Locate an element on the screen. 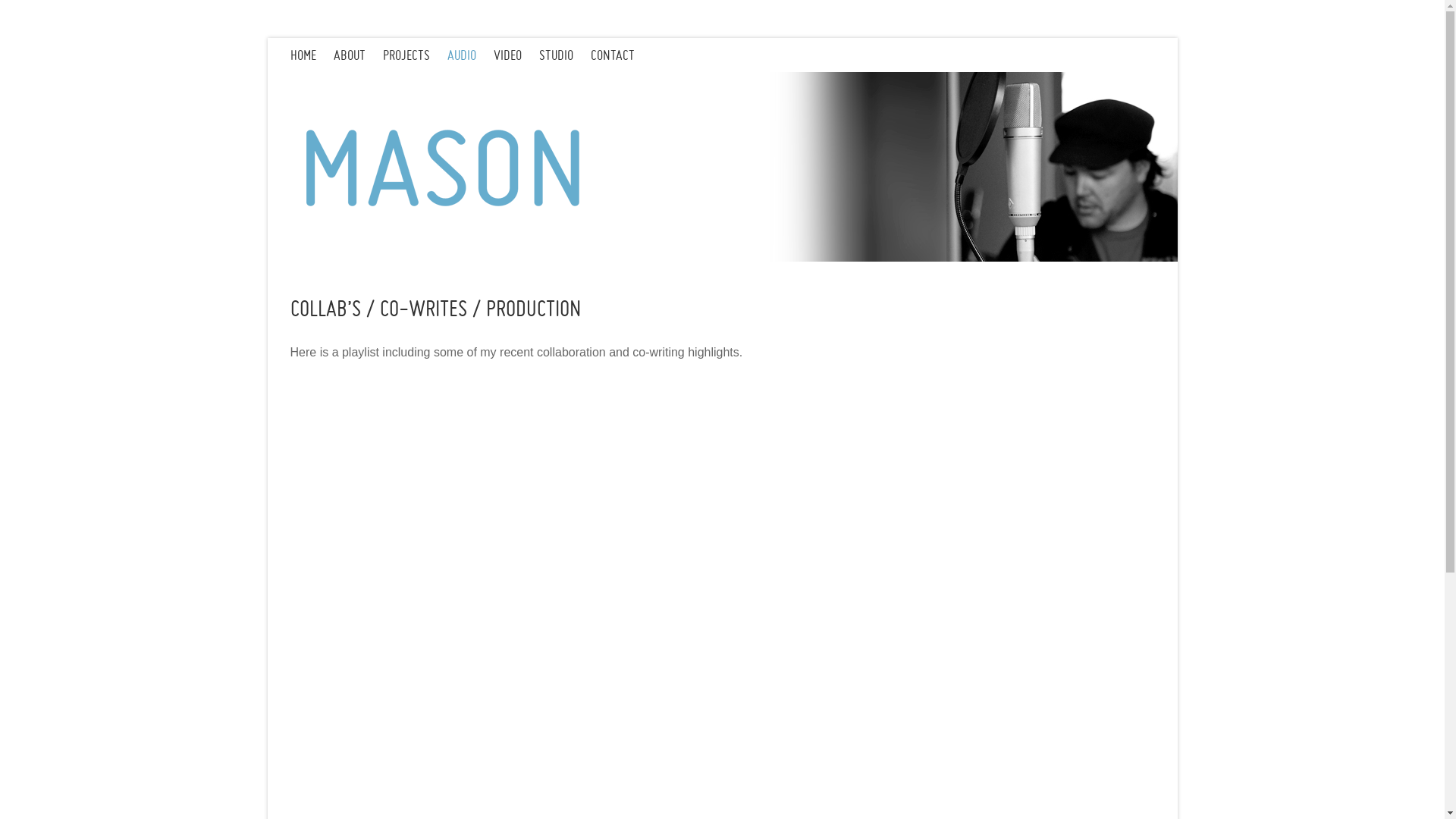 This screenshot has height=819, width=1456. 'VIDEO' is located at coordinates (516, 54).